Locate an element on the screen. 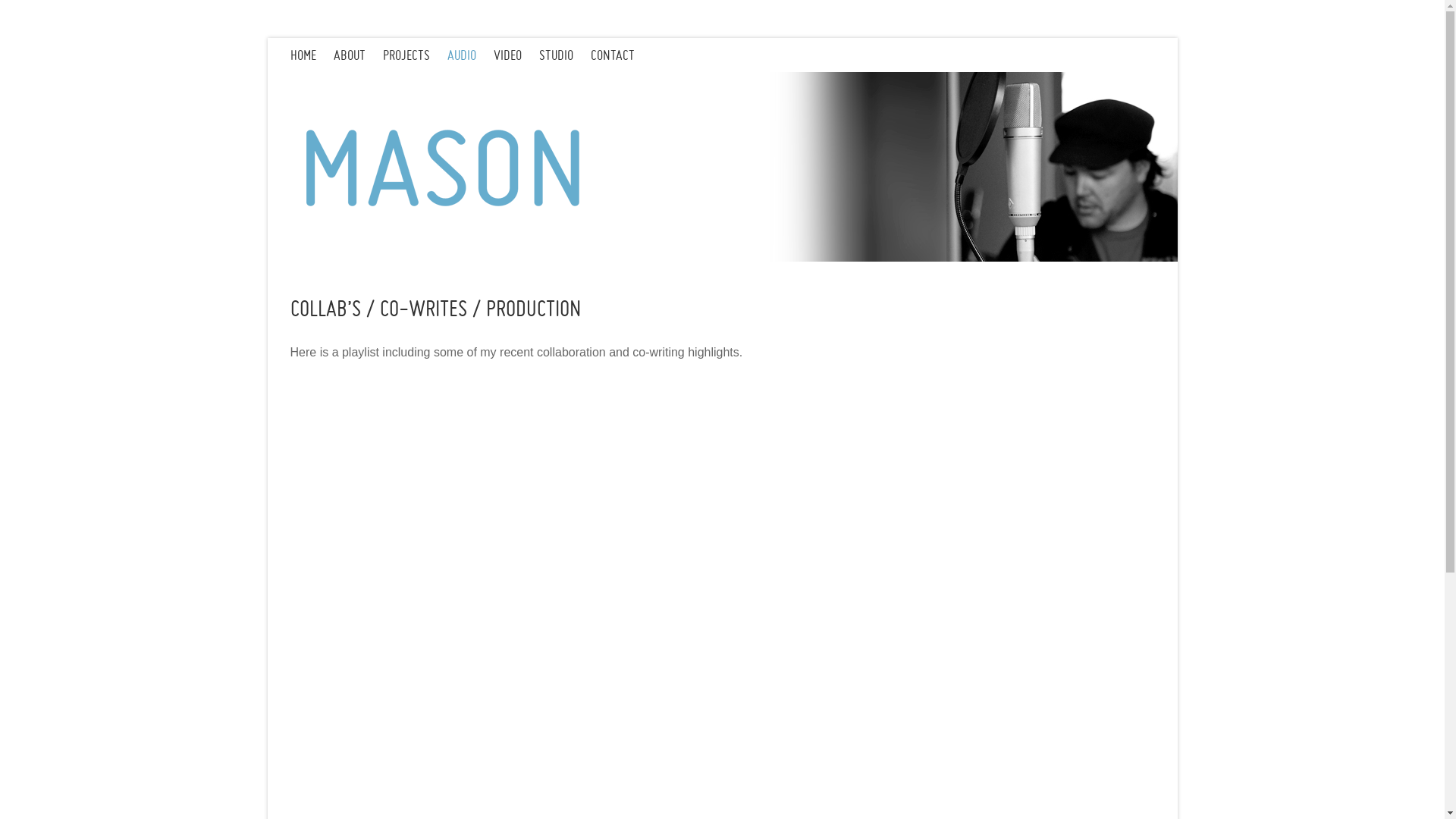 This screenshot has height=819, width=1456. 'VIDEO' is located at coordinates (516, 54).